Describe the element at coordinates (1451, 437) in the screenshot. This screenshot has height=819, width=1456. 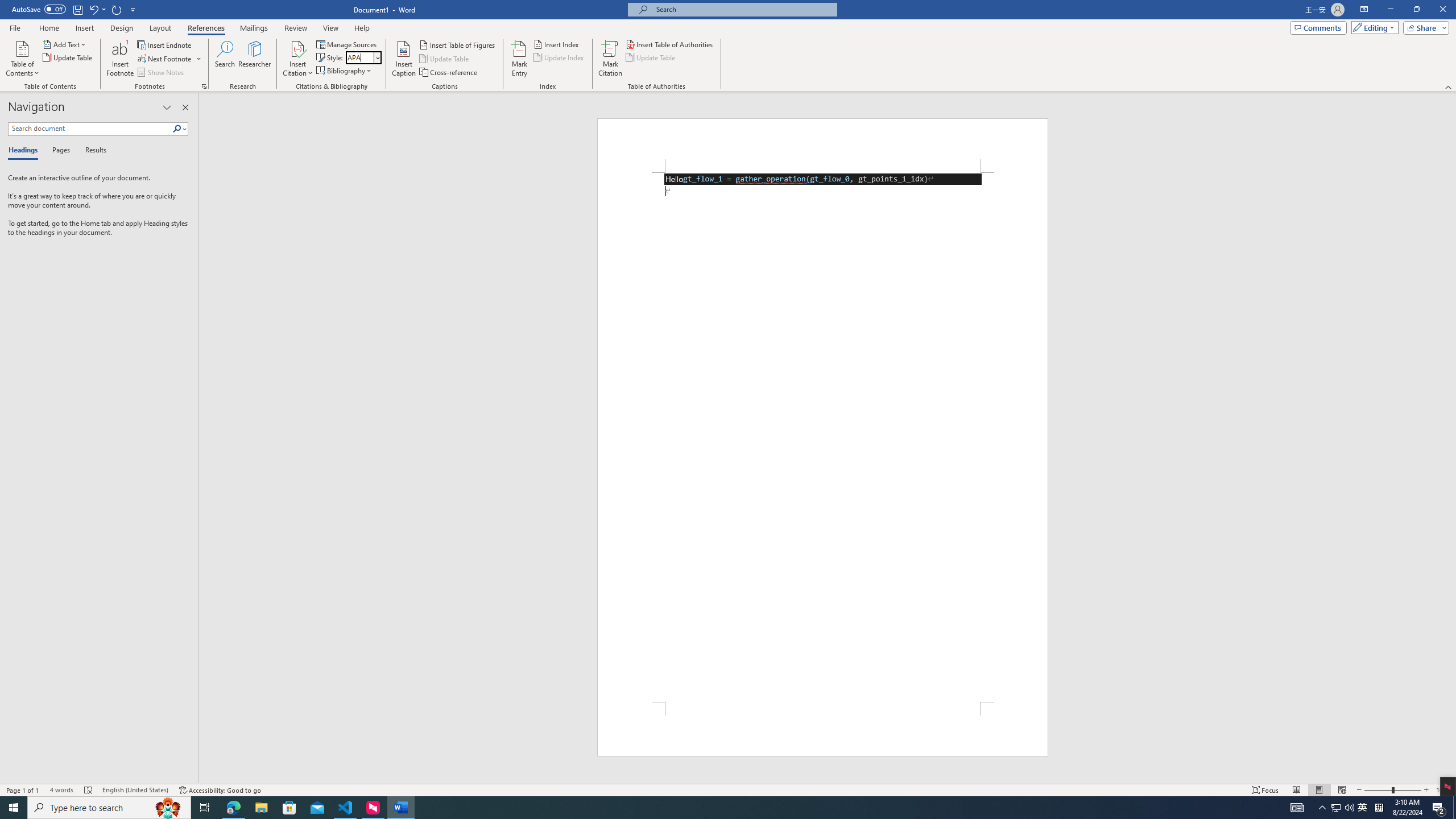
I see `'Class: NetUIScrollBar'` at that location.